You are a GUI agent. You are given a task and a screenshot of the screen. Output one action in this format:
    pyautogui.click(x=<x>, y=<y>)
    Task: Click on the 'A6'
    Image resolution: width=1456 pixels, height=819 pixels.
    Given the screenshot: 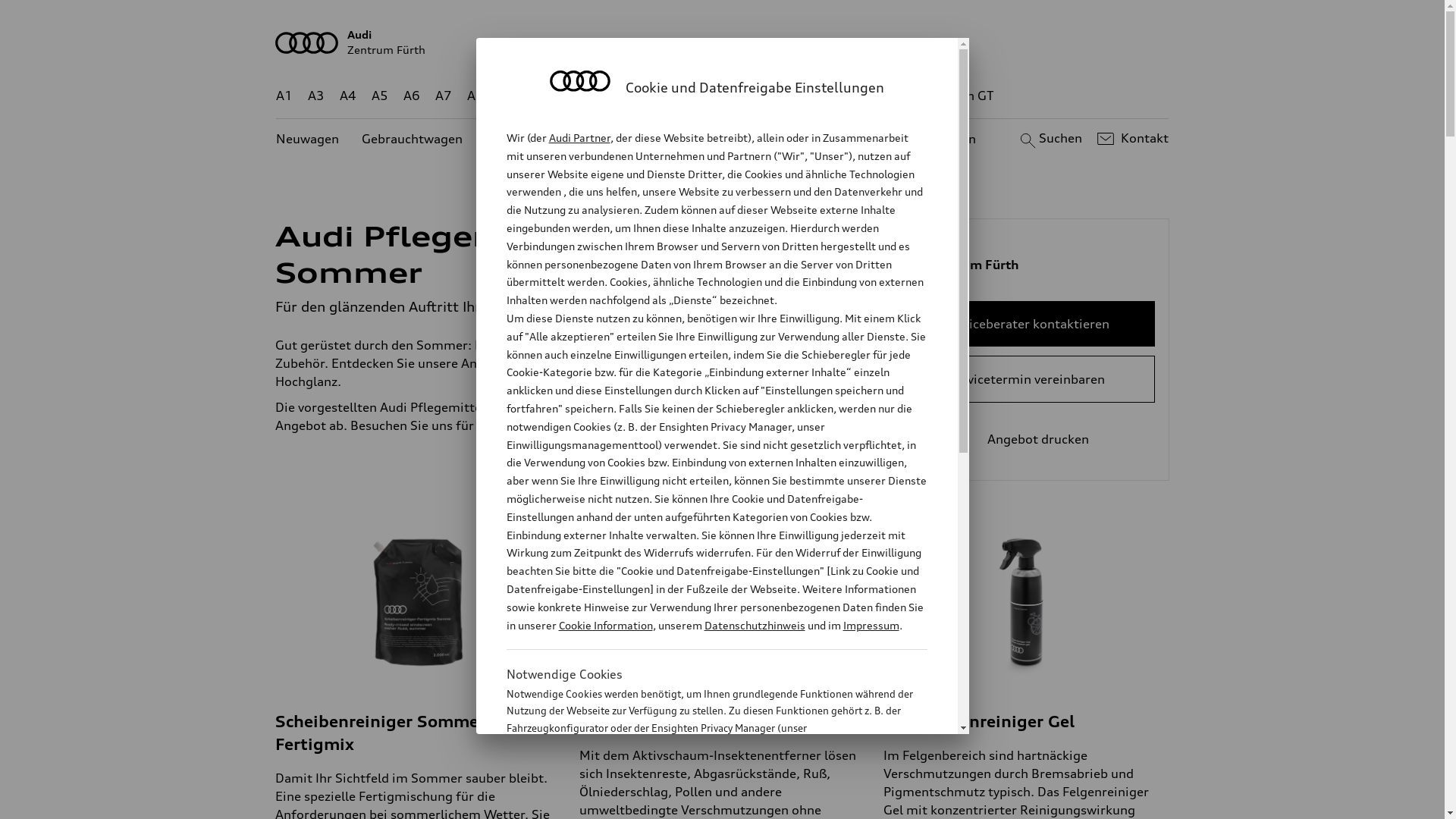 What is the action you would take?
    pyautogui.click(x=411, y=96)
    